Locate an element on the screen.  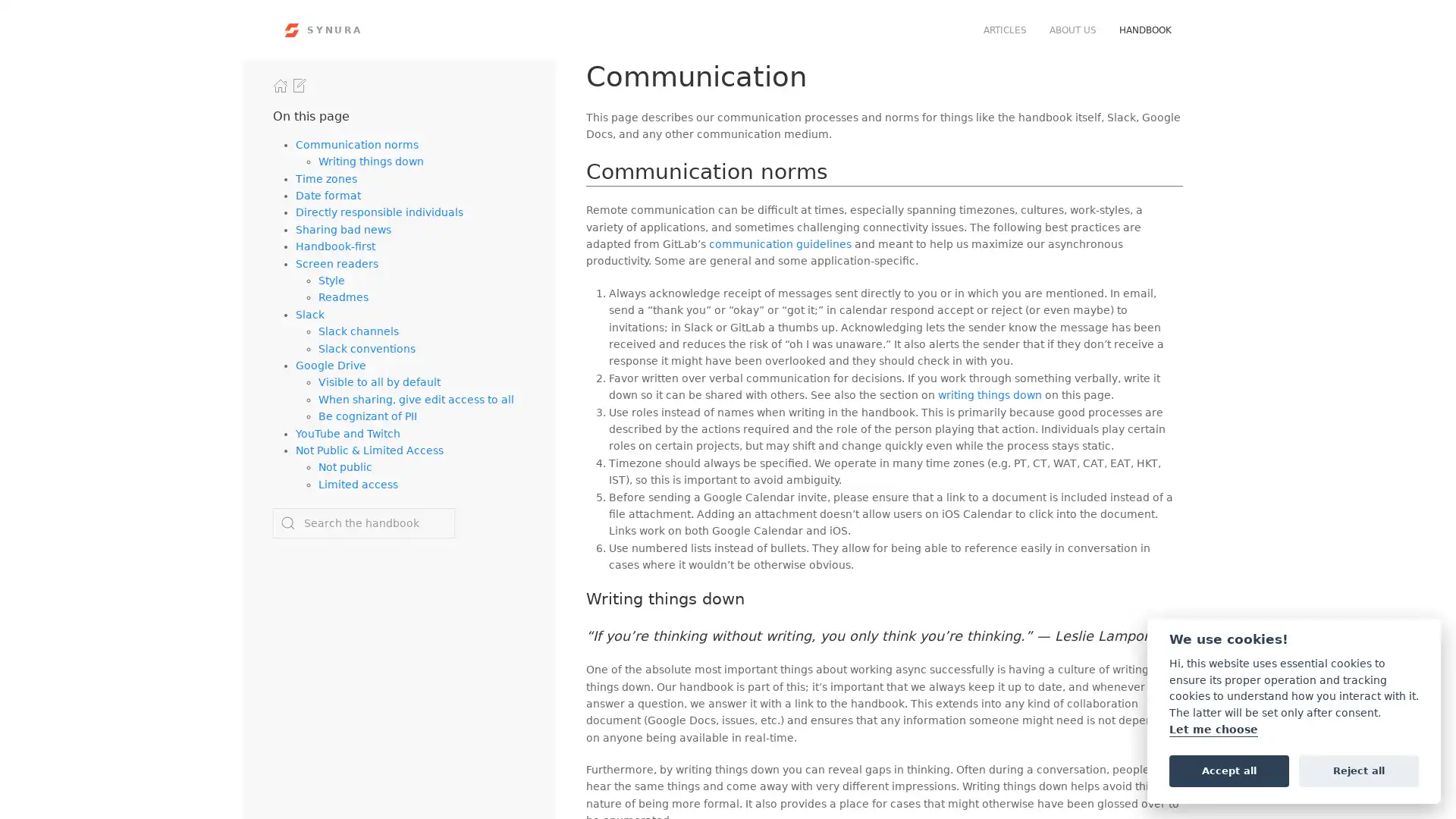
Reject all is located at coordinates (1358, 770).